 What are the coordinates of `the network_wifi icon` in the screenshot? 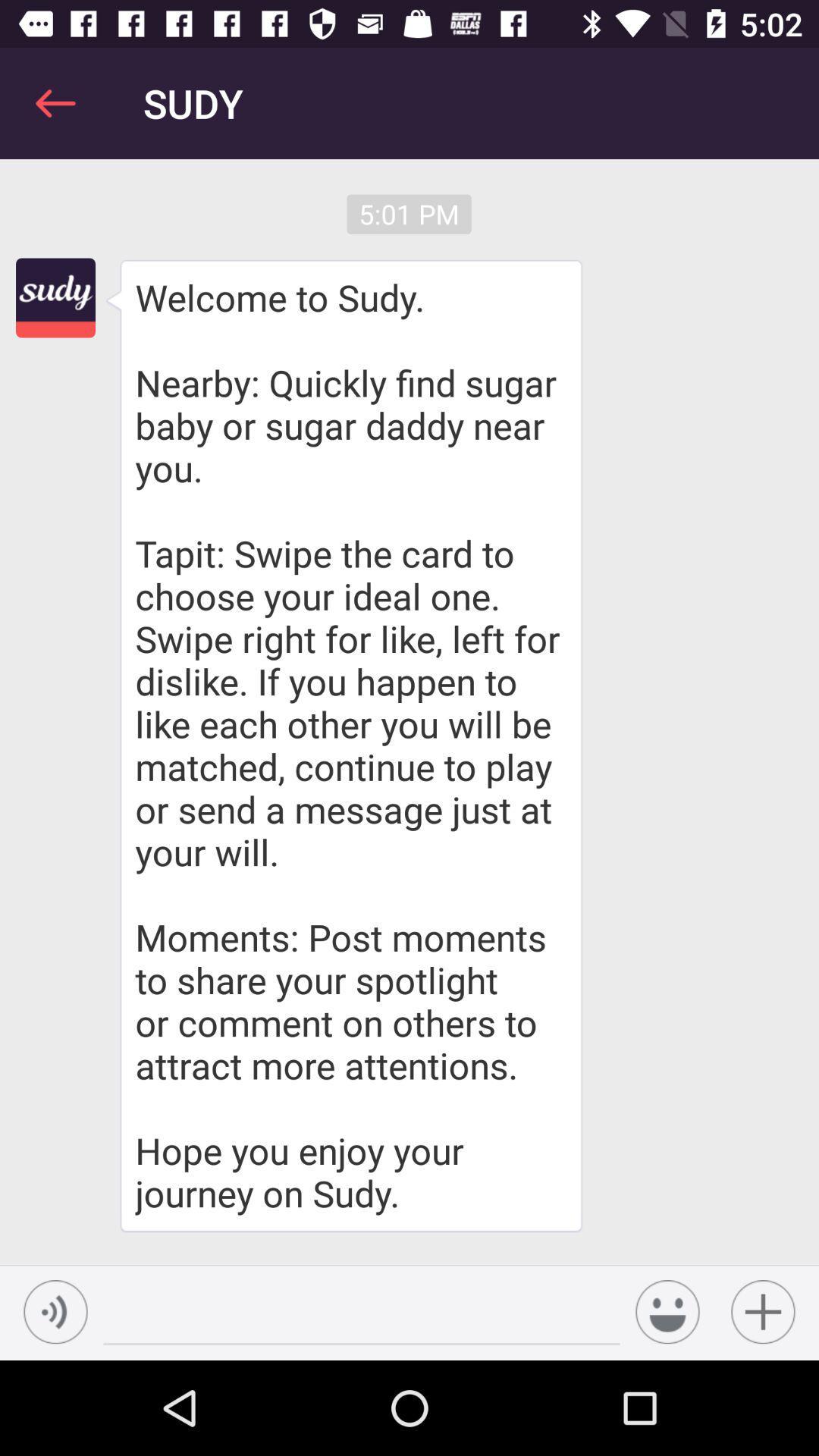 It's located at (55, 1311).